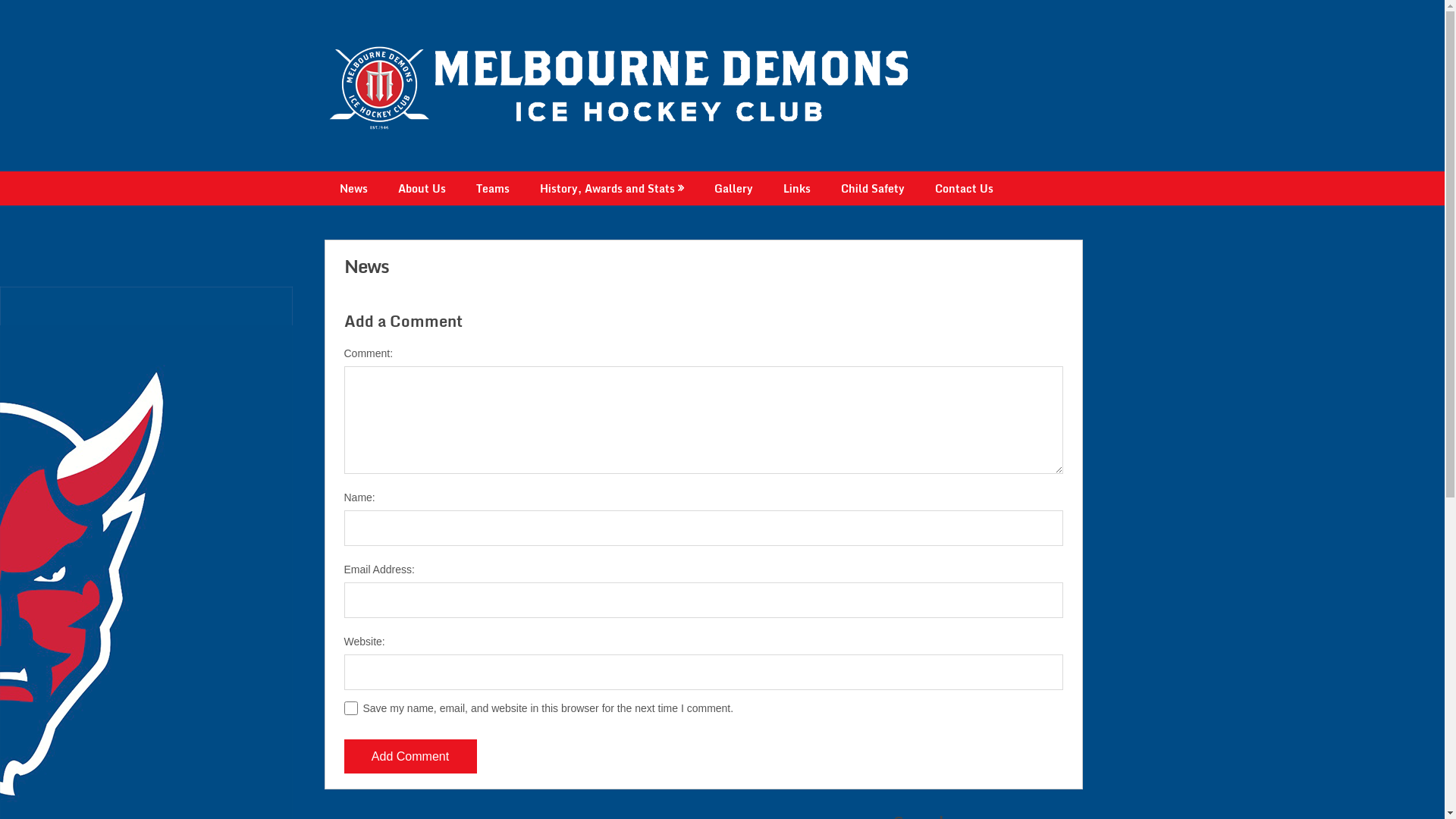 This screenshot has height=819, width=1456. Describe the element at coordinates (492, 187) in the screenshot. I see `'Teams'` at that location.